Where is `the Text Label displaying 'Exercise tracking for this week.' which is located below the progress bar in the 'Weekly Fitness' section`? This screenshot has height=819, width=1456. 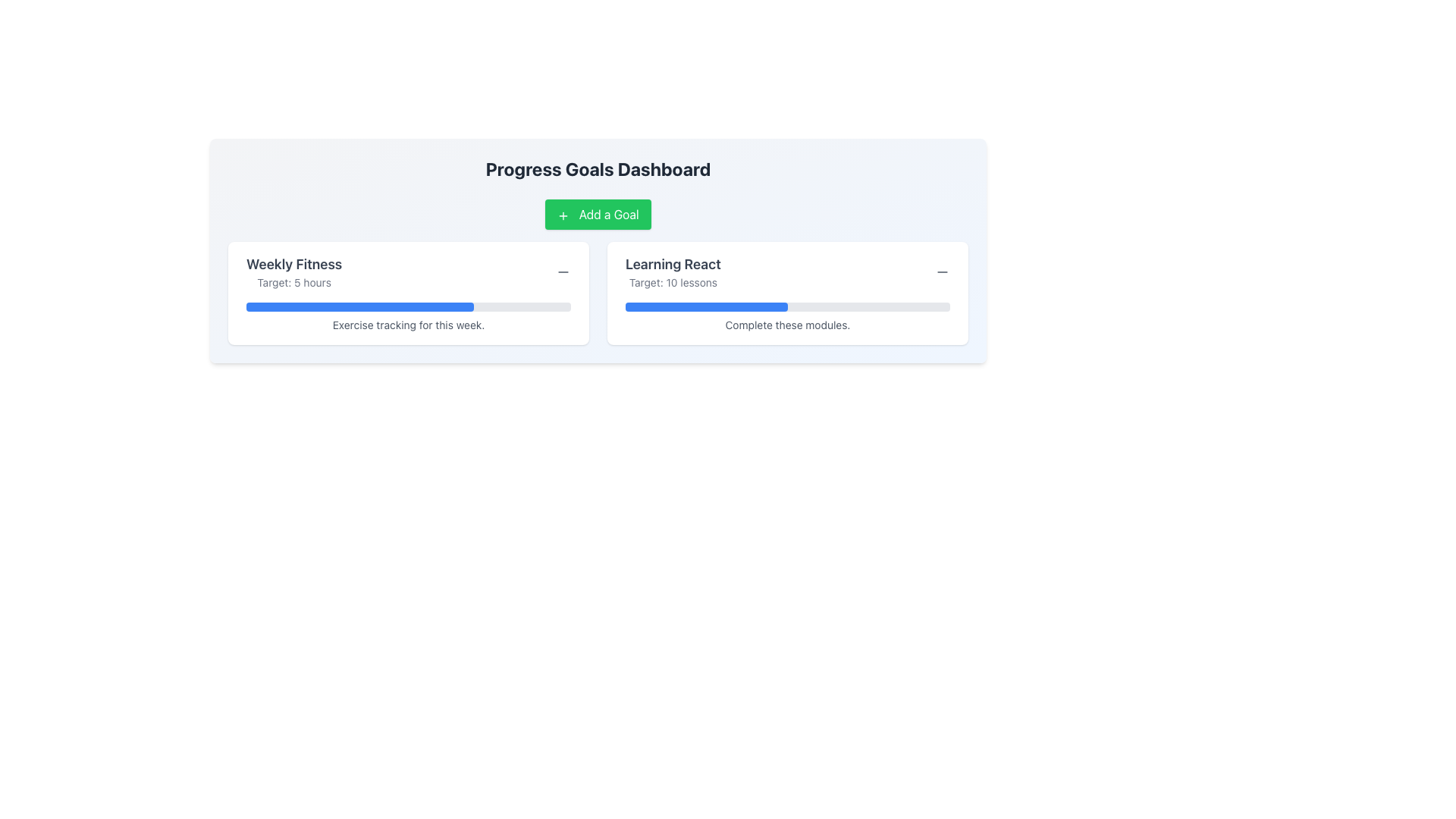
the Text Label displaying 'Exercise tracking for this week.' which is located below the progress bar in the 'Weekly Fitness' section is located at coordinates (408, 317).